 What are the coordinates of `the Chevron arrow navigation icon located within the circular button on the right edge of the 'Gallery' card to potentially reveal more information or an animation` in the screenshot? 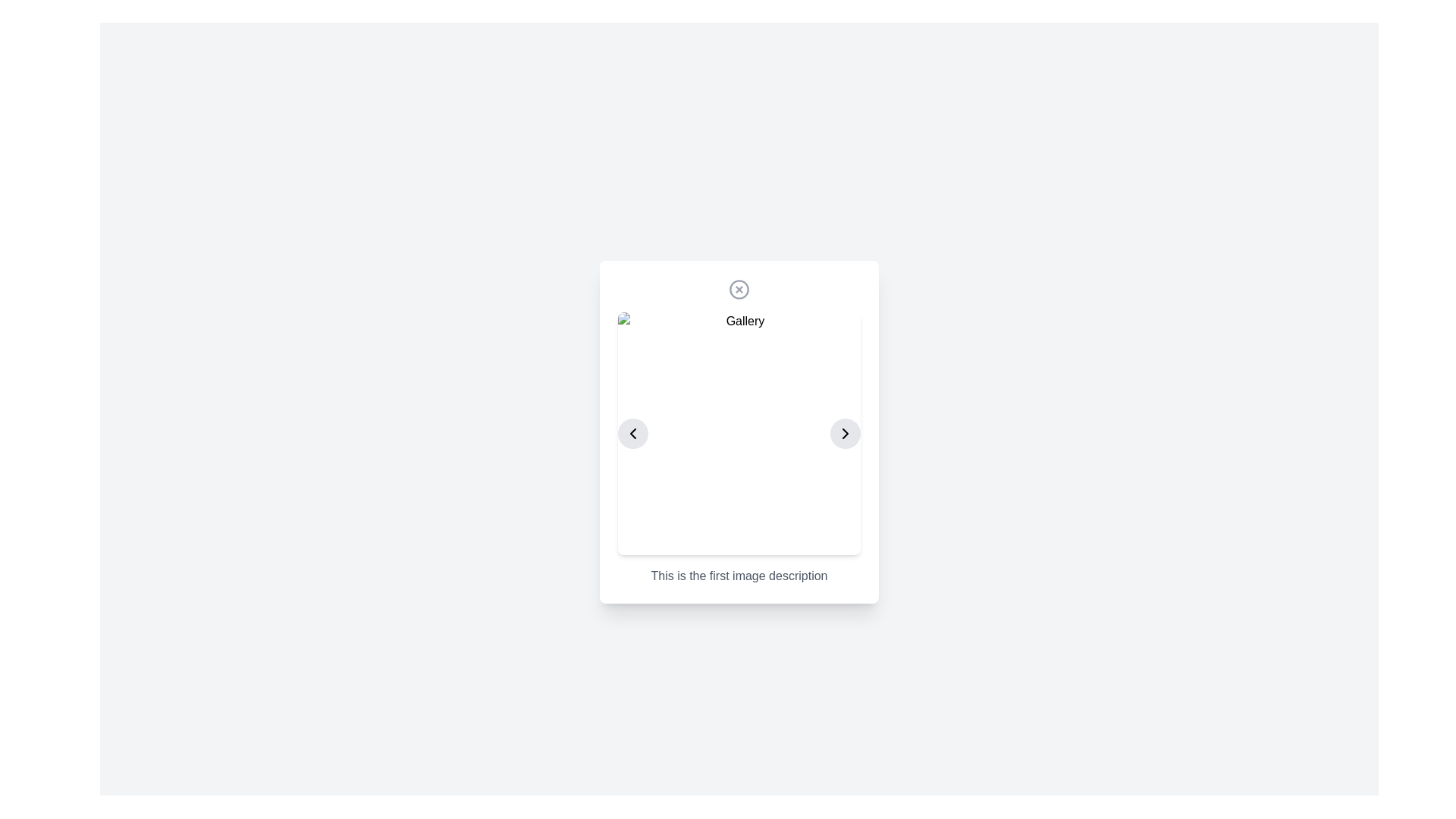 It's located at (844, 433).